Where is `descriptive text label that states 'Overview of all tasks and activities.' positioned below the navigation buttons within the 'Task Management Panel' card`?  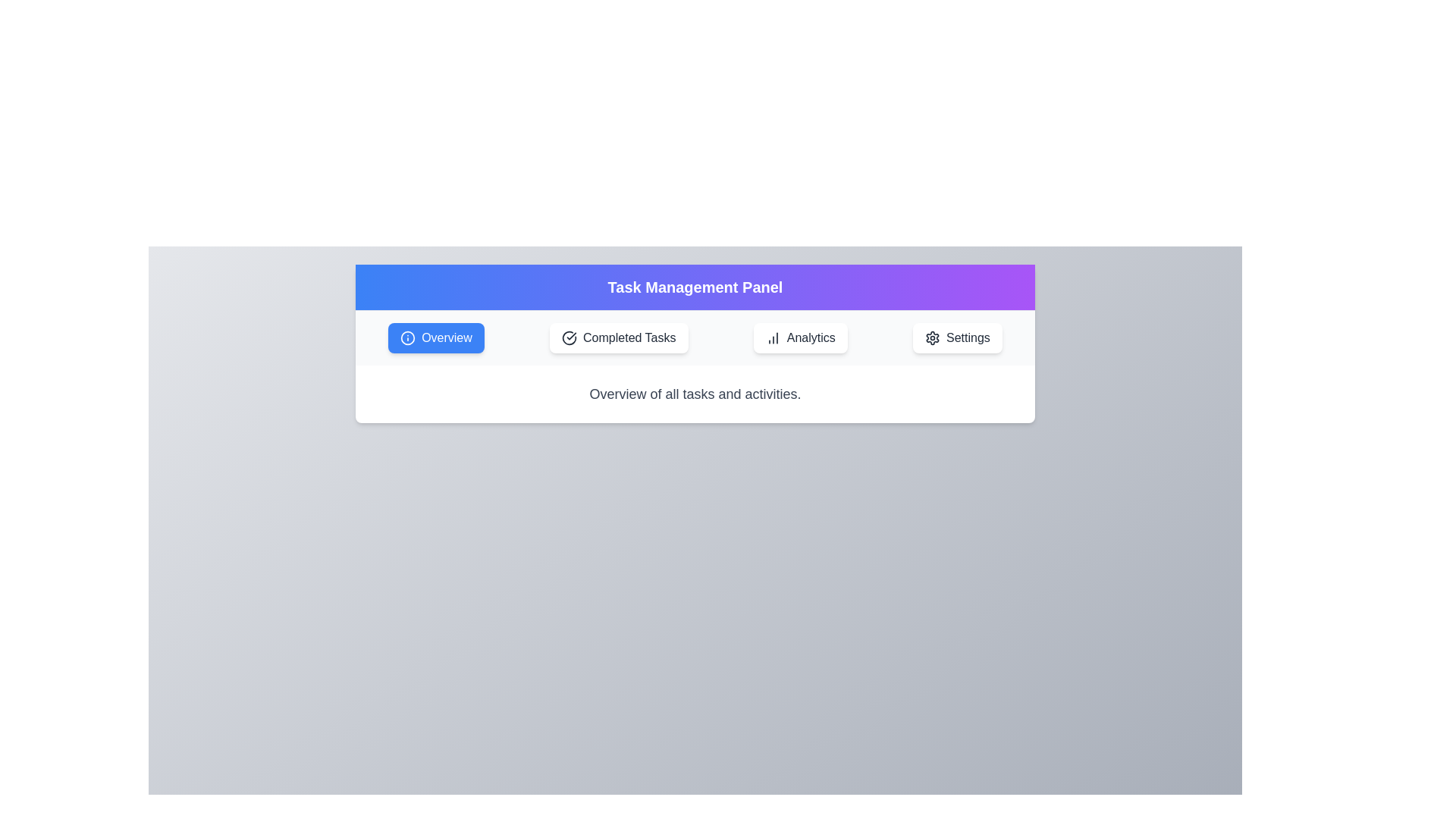 descriptive text label that states 'Overview of all tasks and activities.' positioned below the navigation buttons within the 'Task Management Panel' card is located at coordinates (694, 394).